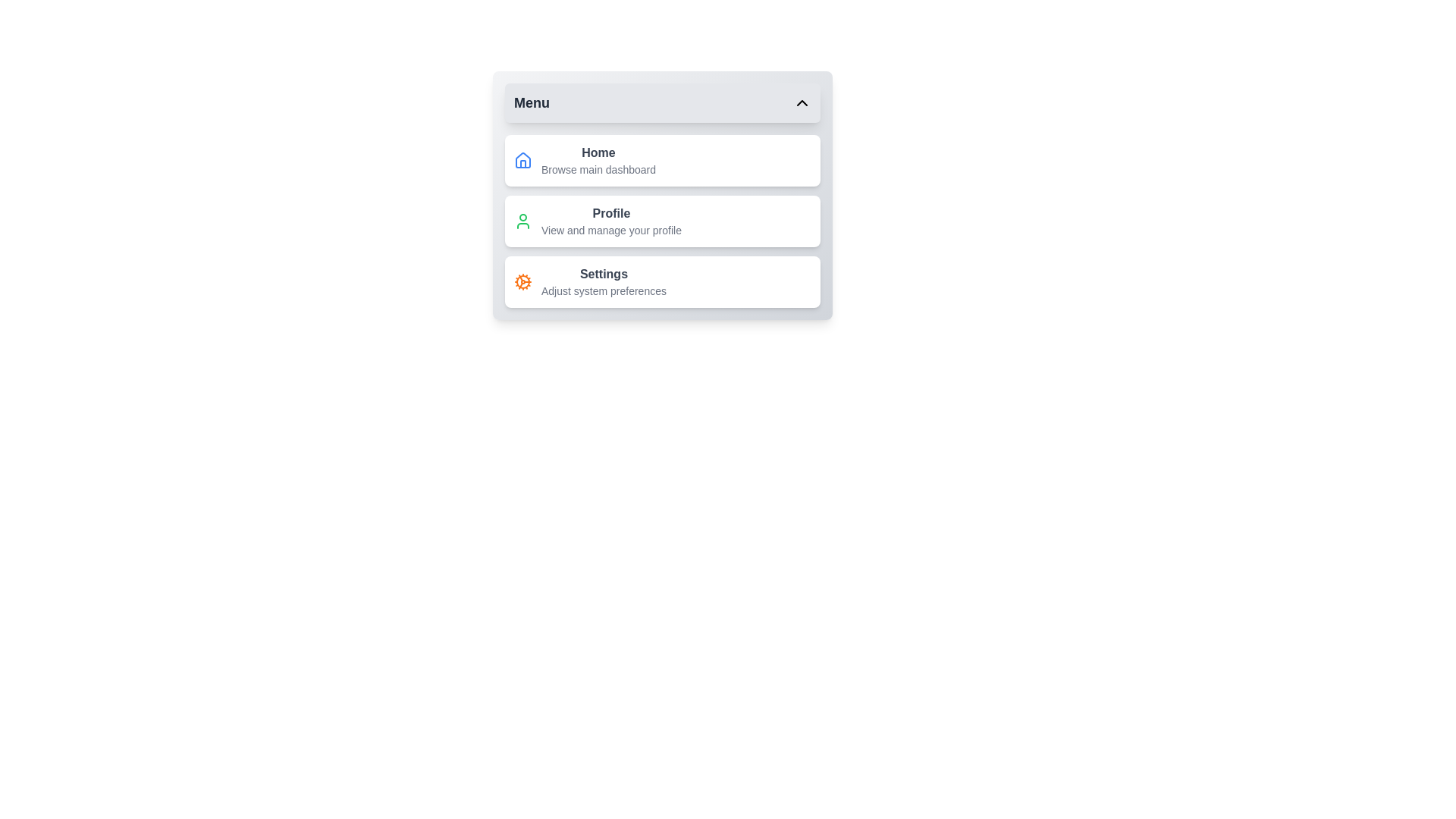 The height and width of the screenshot is (819, 1456). Describe the element at coordinates (523, 281) in the screenshot. I see `the icon associated with the menu item Settings` at that location.